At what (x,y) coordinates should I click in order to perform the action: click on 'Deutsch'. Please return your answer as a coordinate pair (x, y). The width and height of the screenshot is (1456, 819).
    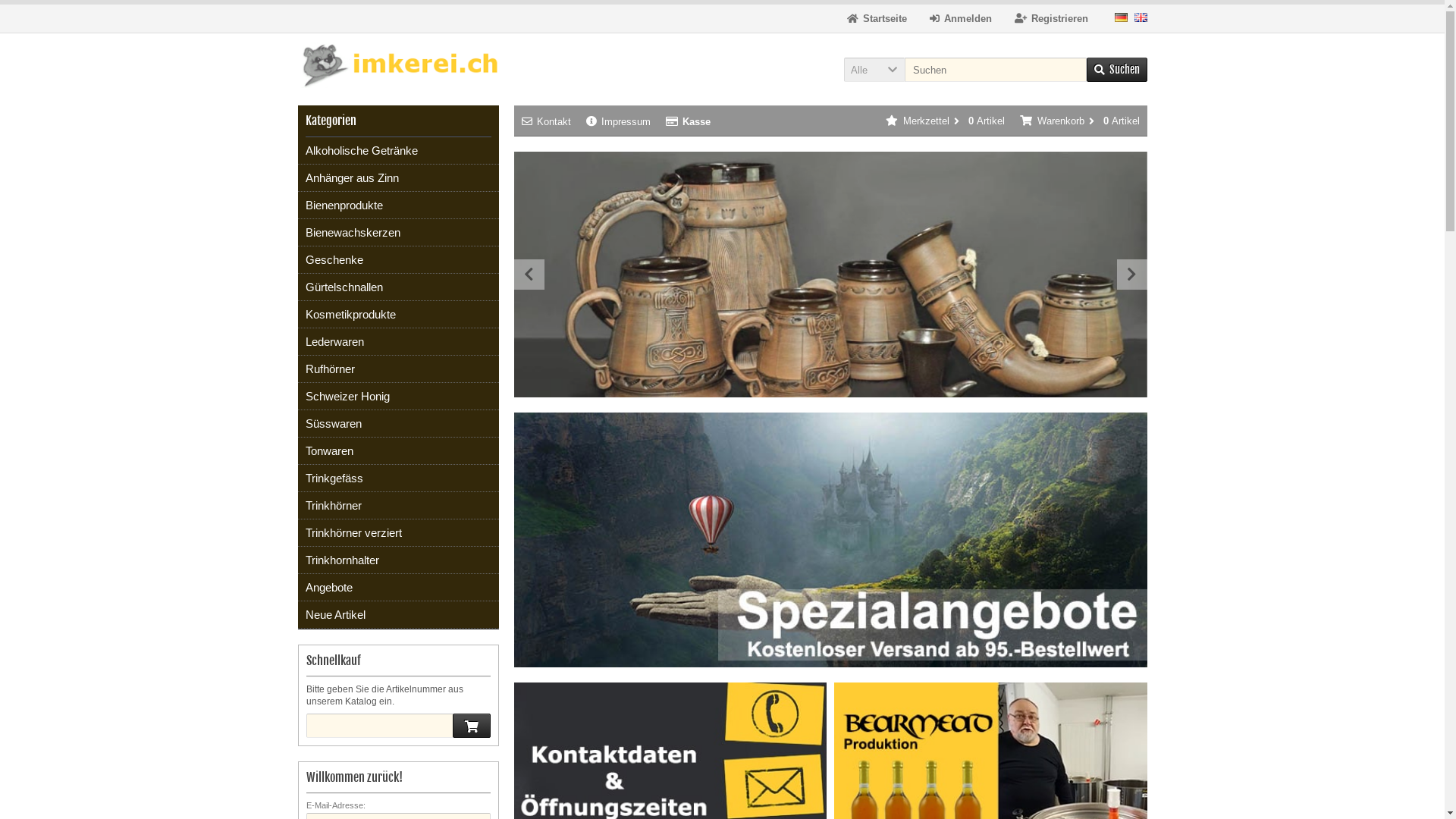
    Looking at the image, I should click on (1121, 17).